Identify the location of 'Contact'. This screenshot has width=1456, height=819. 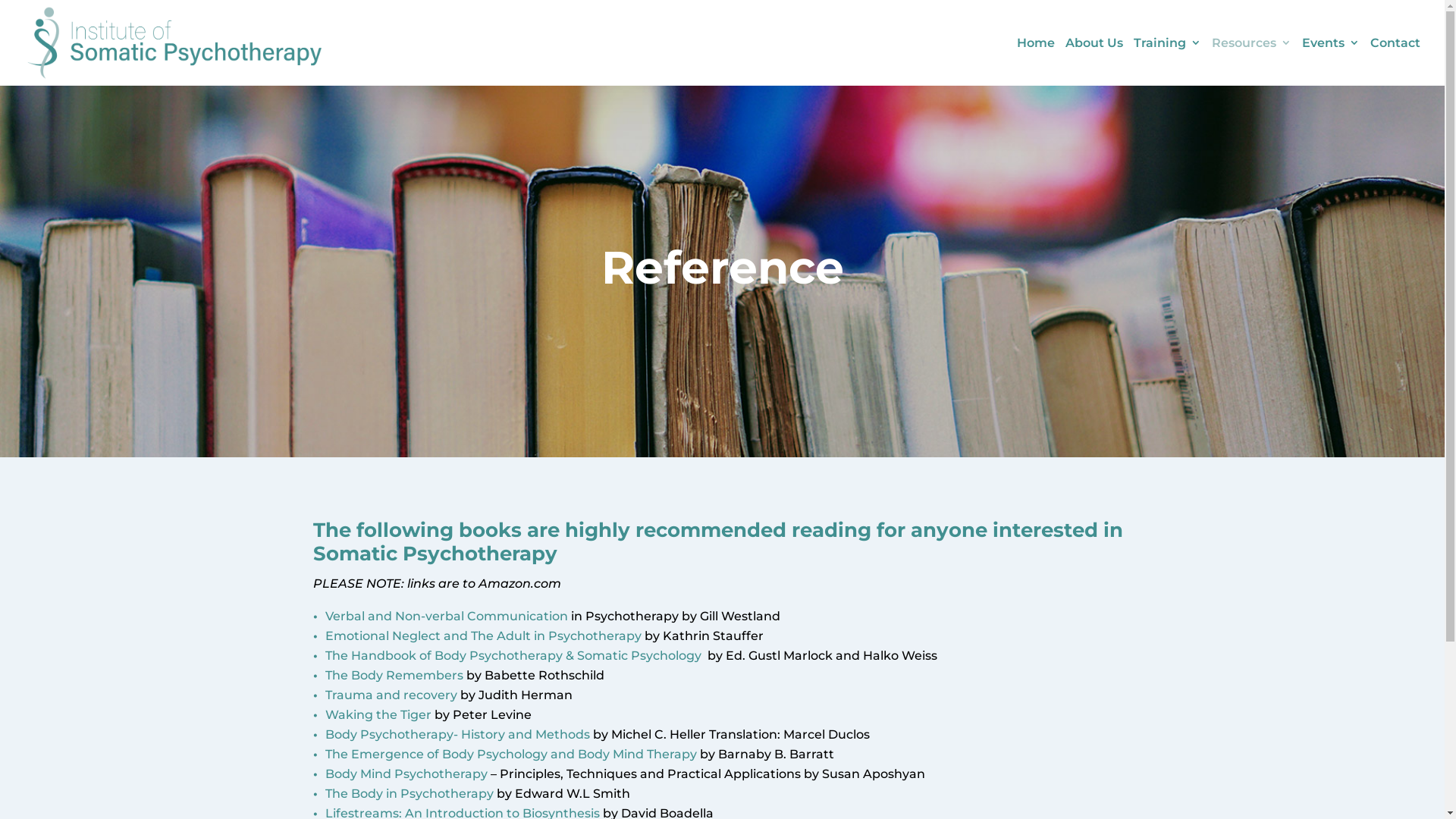
(1395, 61).